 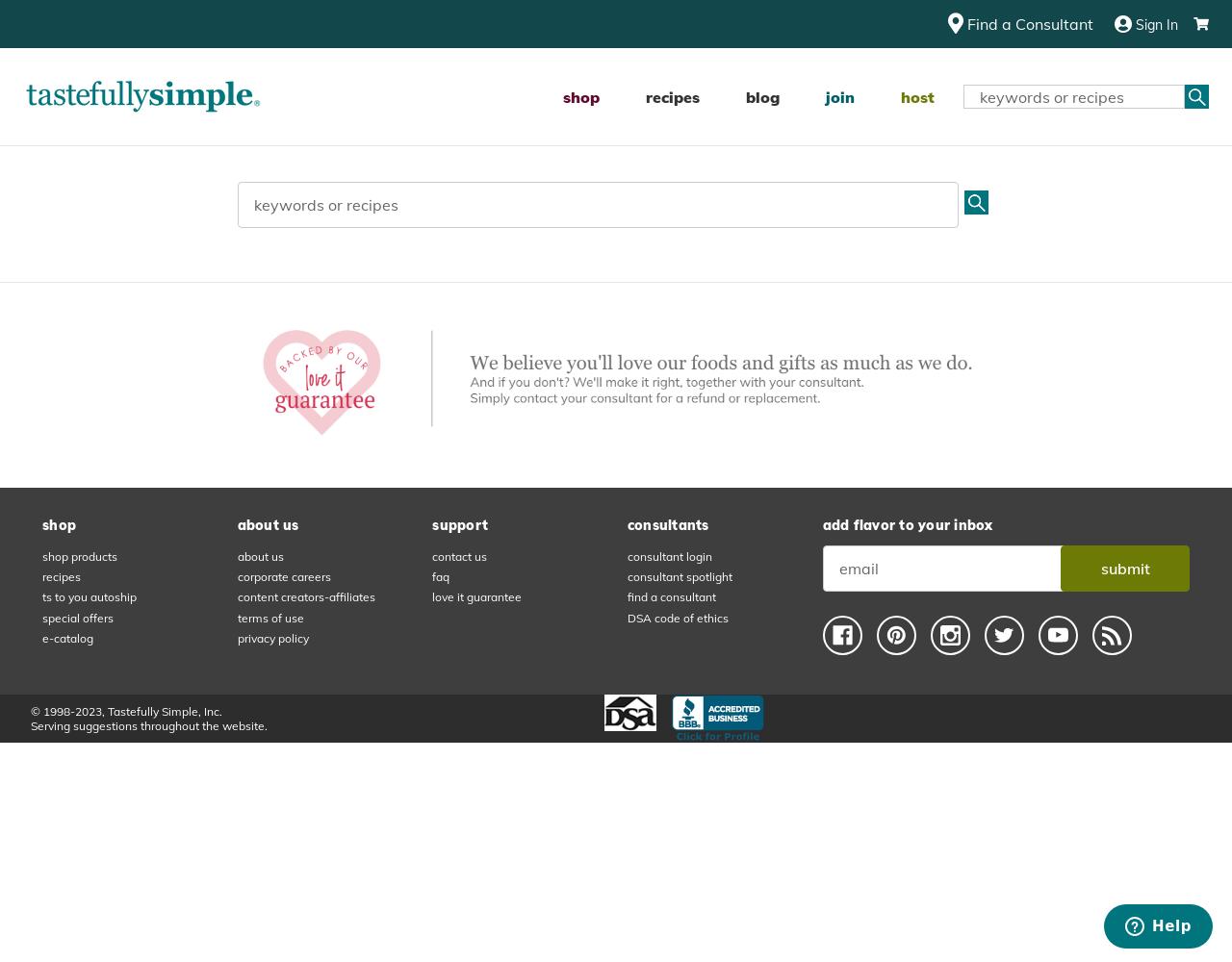 What do you see at coordinates (304, 595) in the screenshot?
I see `'content creators-affiliates'` at bounding box center [304, 595].